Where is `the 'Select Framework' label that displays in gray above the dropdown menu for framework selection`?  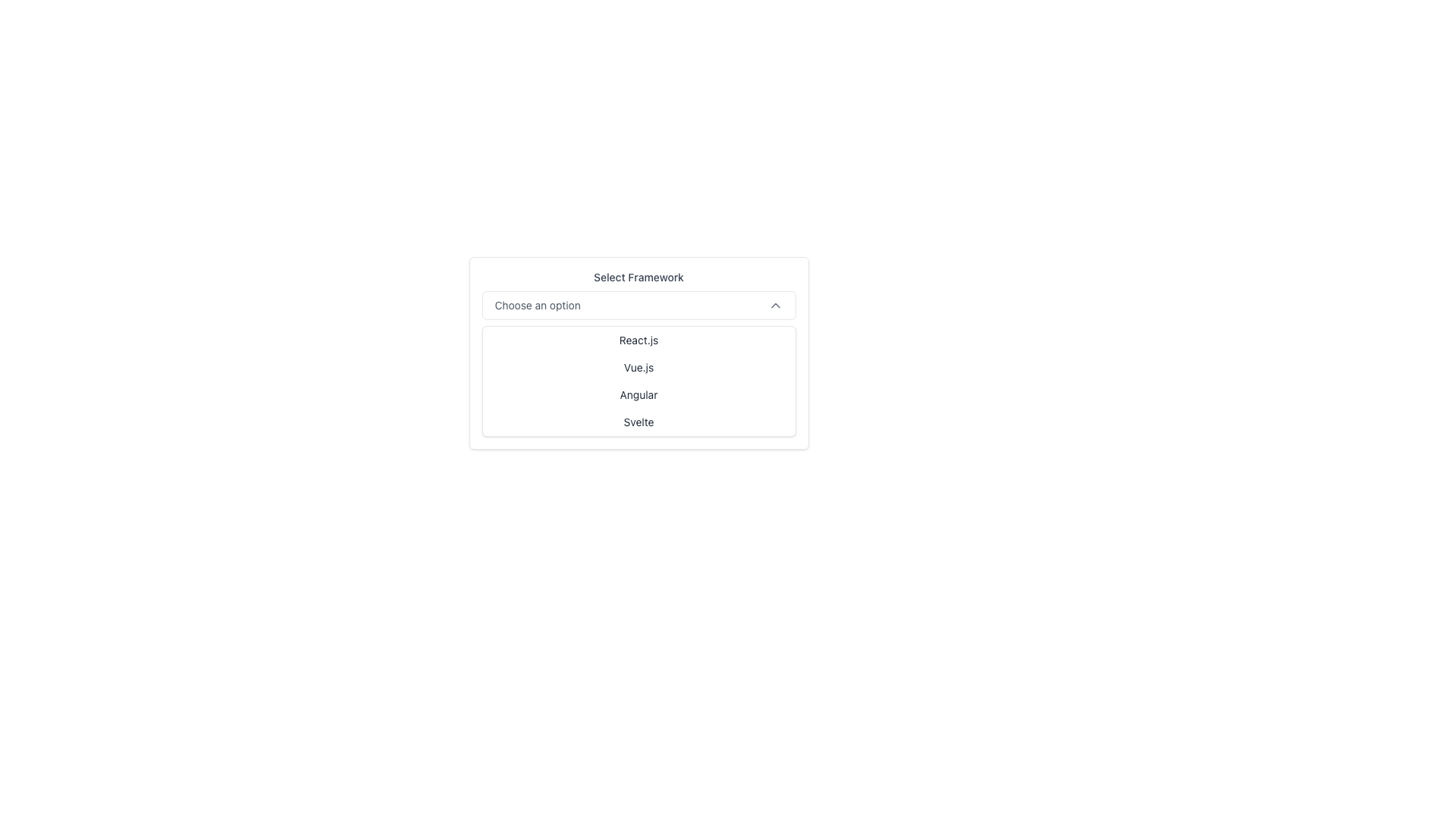 the 'Select Framework' label that displays in gray above the dropdown menu for framework selection is located at coordinates (639, 278).